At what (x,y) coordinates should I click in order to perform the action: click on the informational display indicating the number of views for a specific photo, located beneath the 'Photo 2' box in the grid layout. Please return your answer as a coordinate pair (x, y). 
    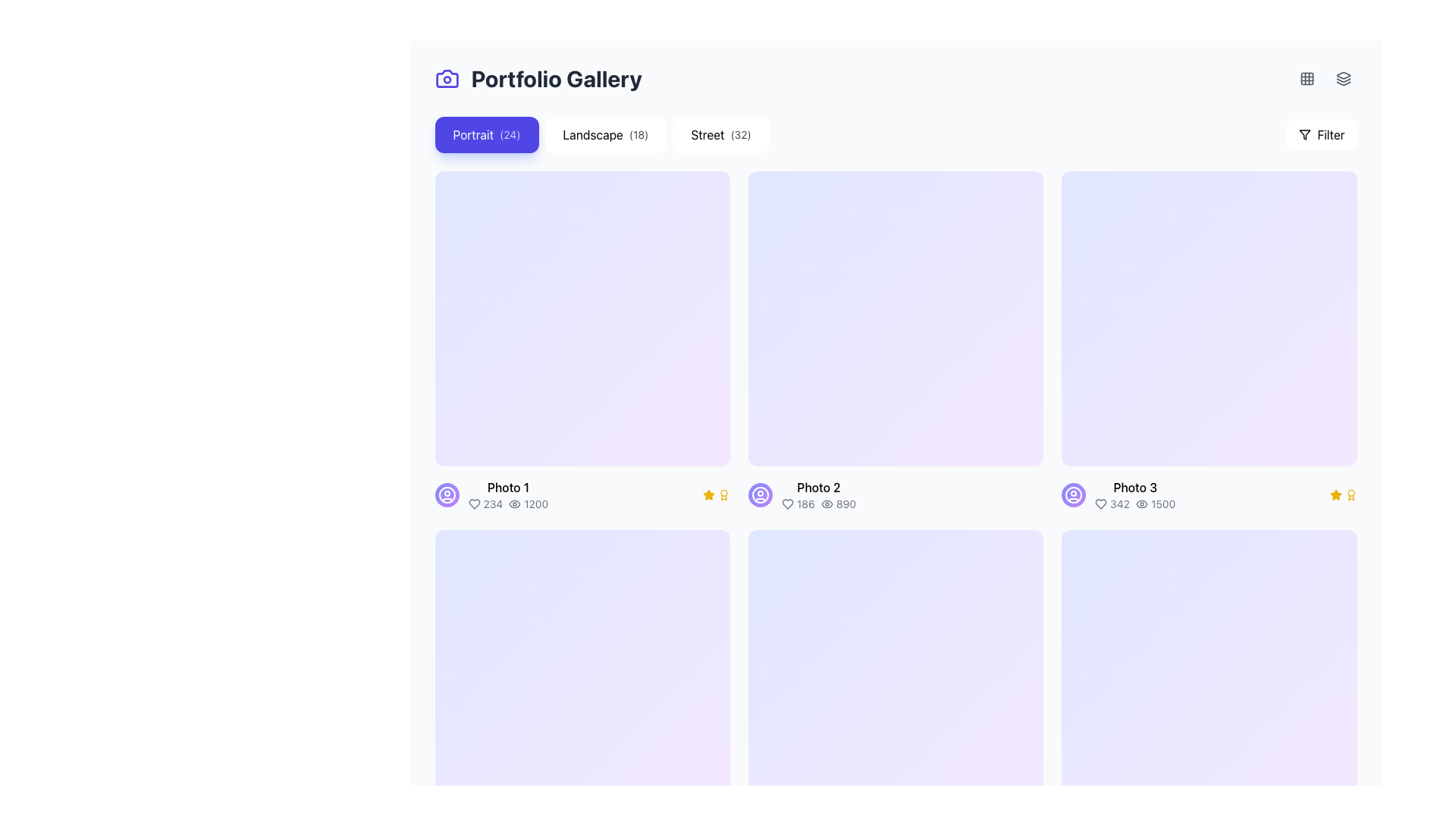
    Looking at the image, I should click on (837, 504).